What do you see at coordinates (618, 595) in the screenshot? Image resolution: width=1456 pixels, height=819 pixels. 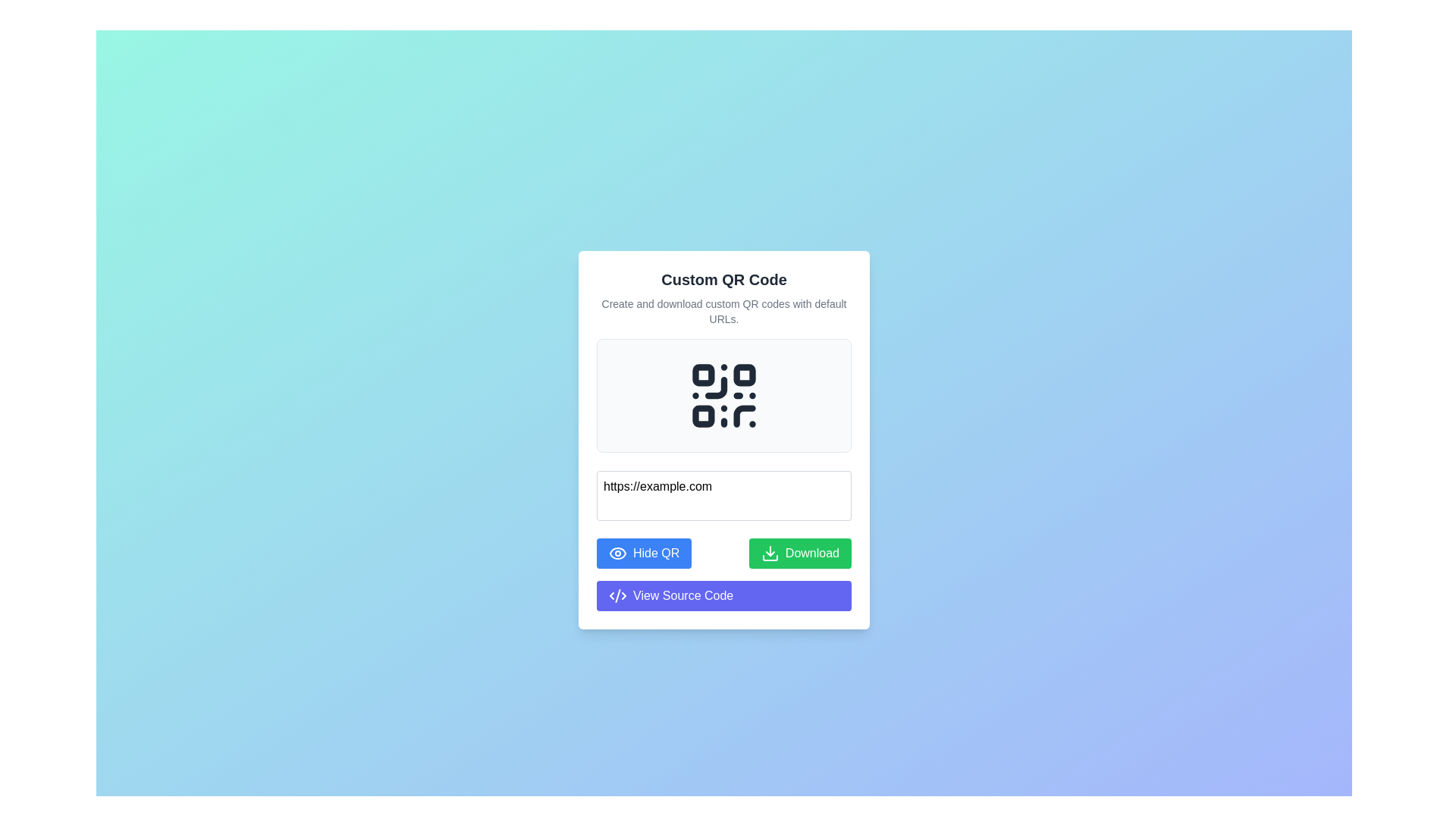 I see `the compact icon with a central vertical line and diagonal arrows, located within the 'View Source Code' button at the bottom of the card interface` at bounding box center [618, 595].